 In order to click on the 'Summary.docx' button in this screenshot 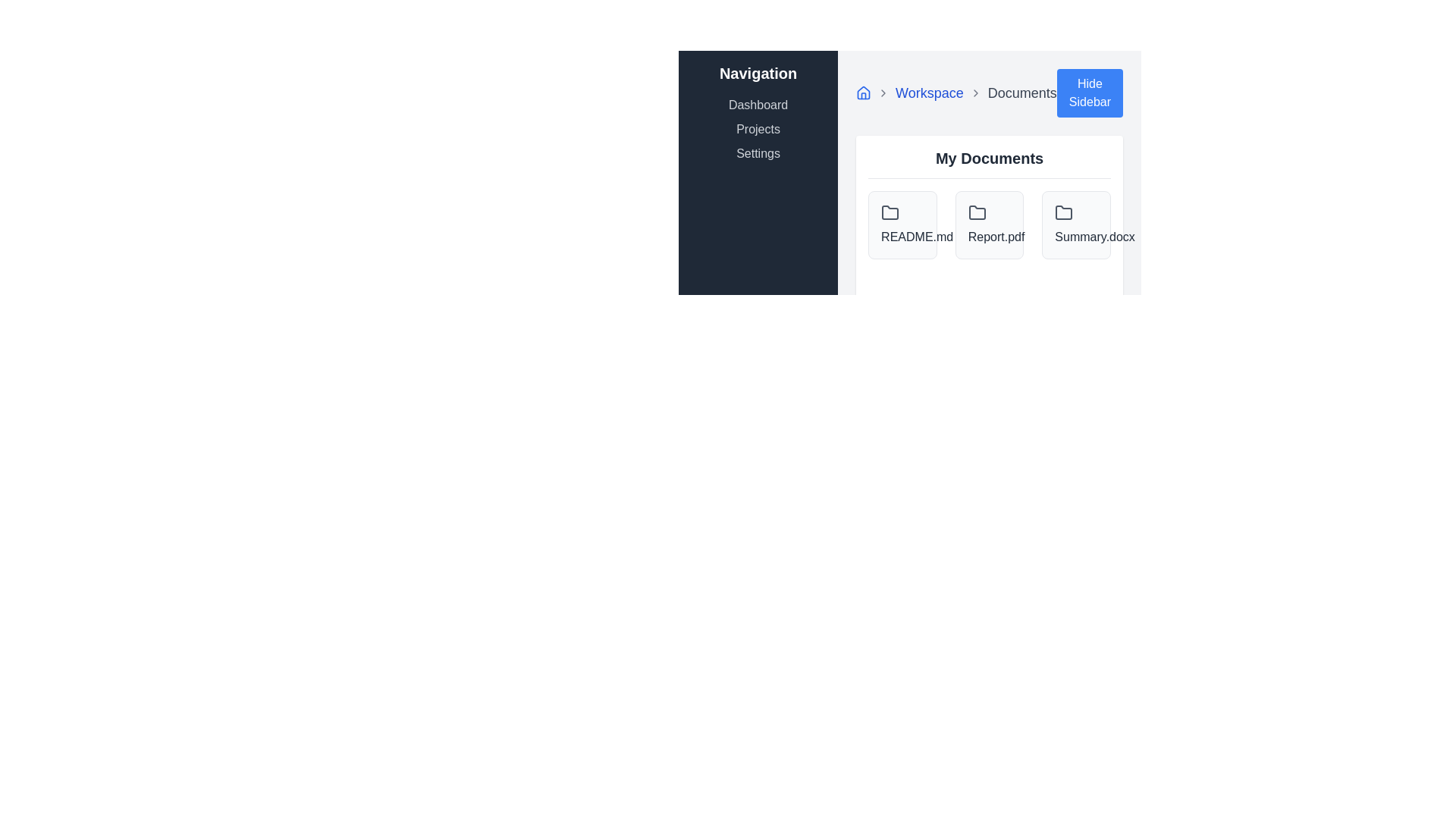, I will do `click(1075, 225)`.